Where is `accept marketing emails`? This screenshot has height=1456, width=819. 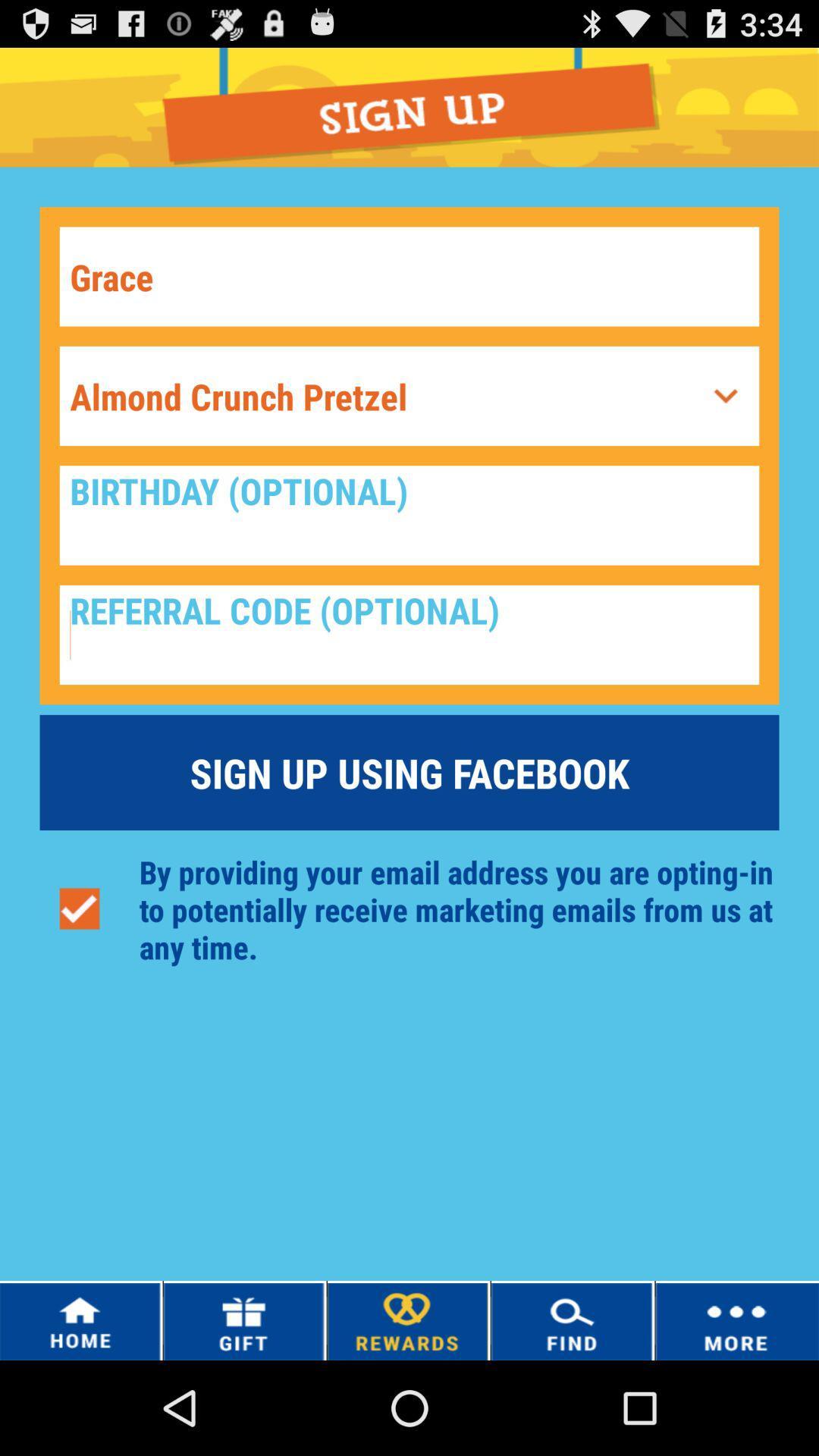
accept marketing emails is located at coordinates (79, 909).